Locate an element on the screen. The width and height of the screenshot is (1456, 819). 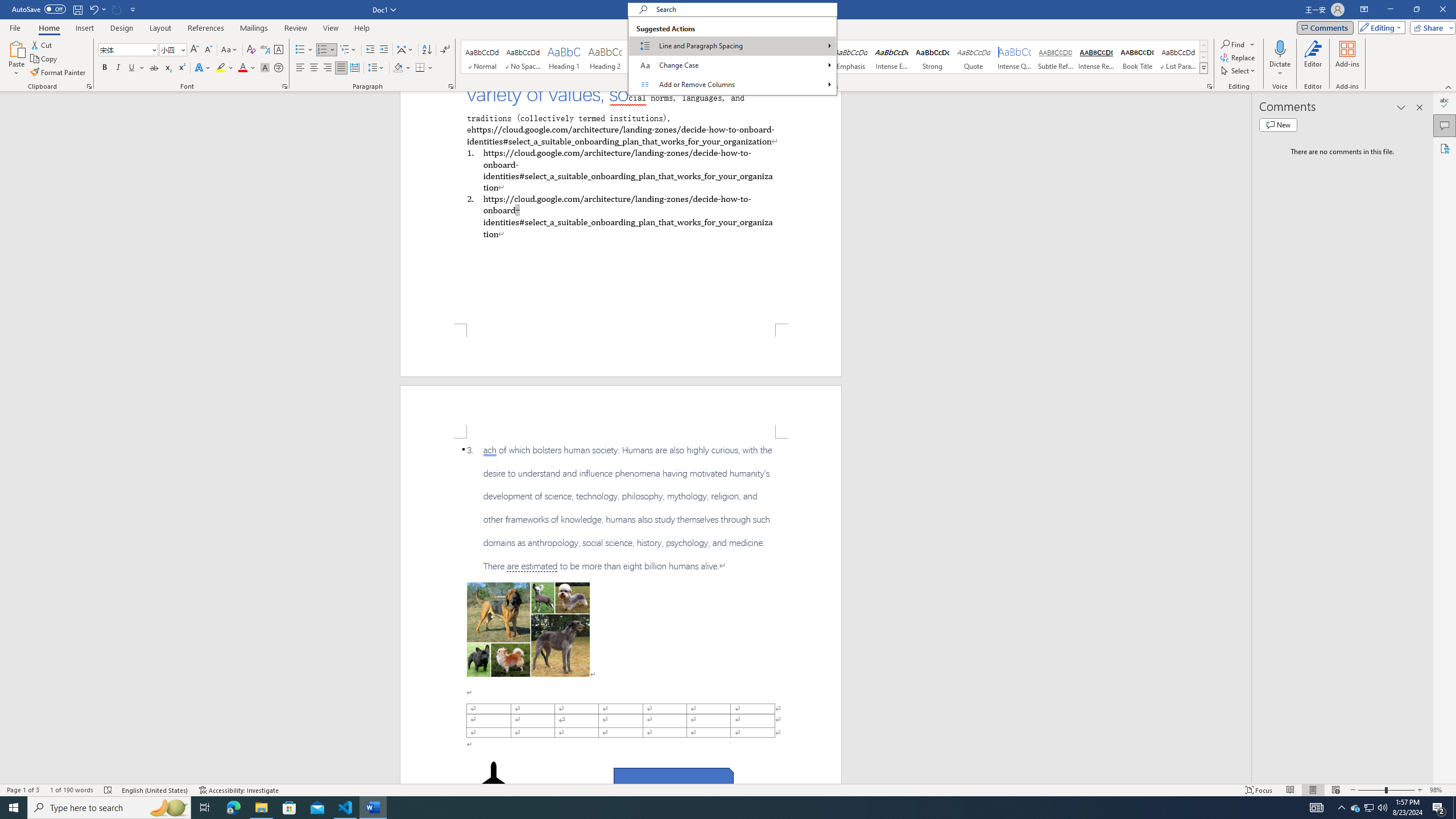
'New comment' is located at coordinates (1277, 124).